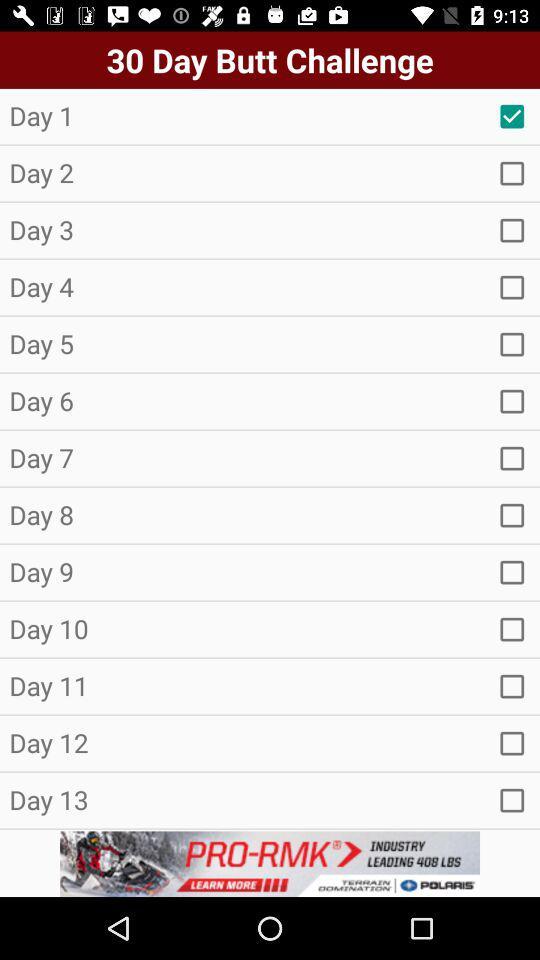  What do you see at coordinates (512, 344) in the screenshot?
I see `choose the option` at bounding box center [512, 344].